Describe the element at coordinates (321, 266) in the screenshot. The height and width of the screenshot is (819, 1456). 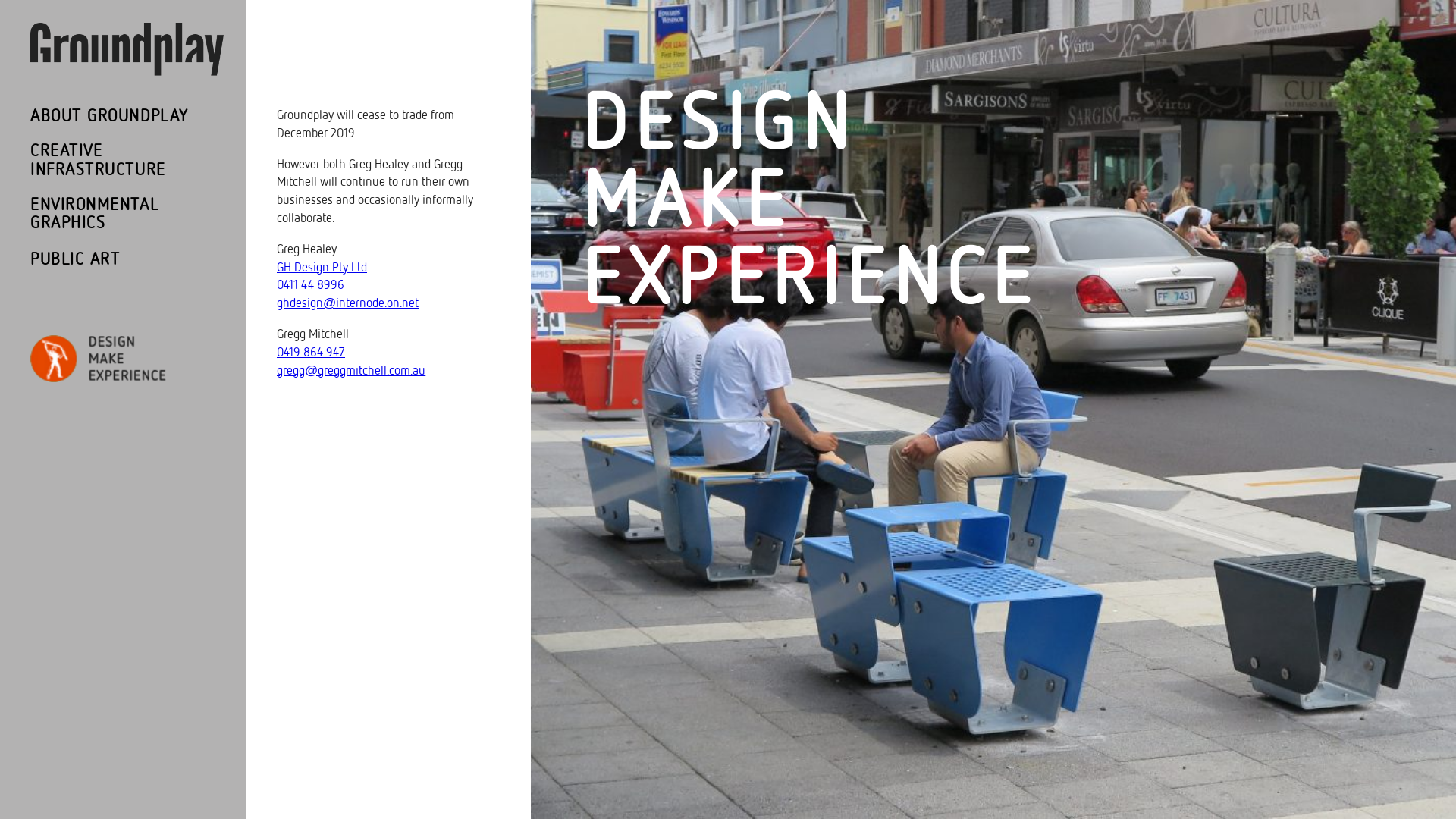
I see `'GH Design Pty Ltd'` at that location.